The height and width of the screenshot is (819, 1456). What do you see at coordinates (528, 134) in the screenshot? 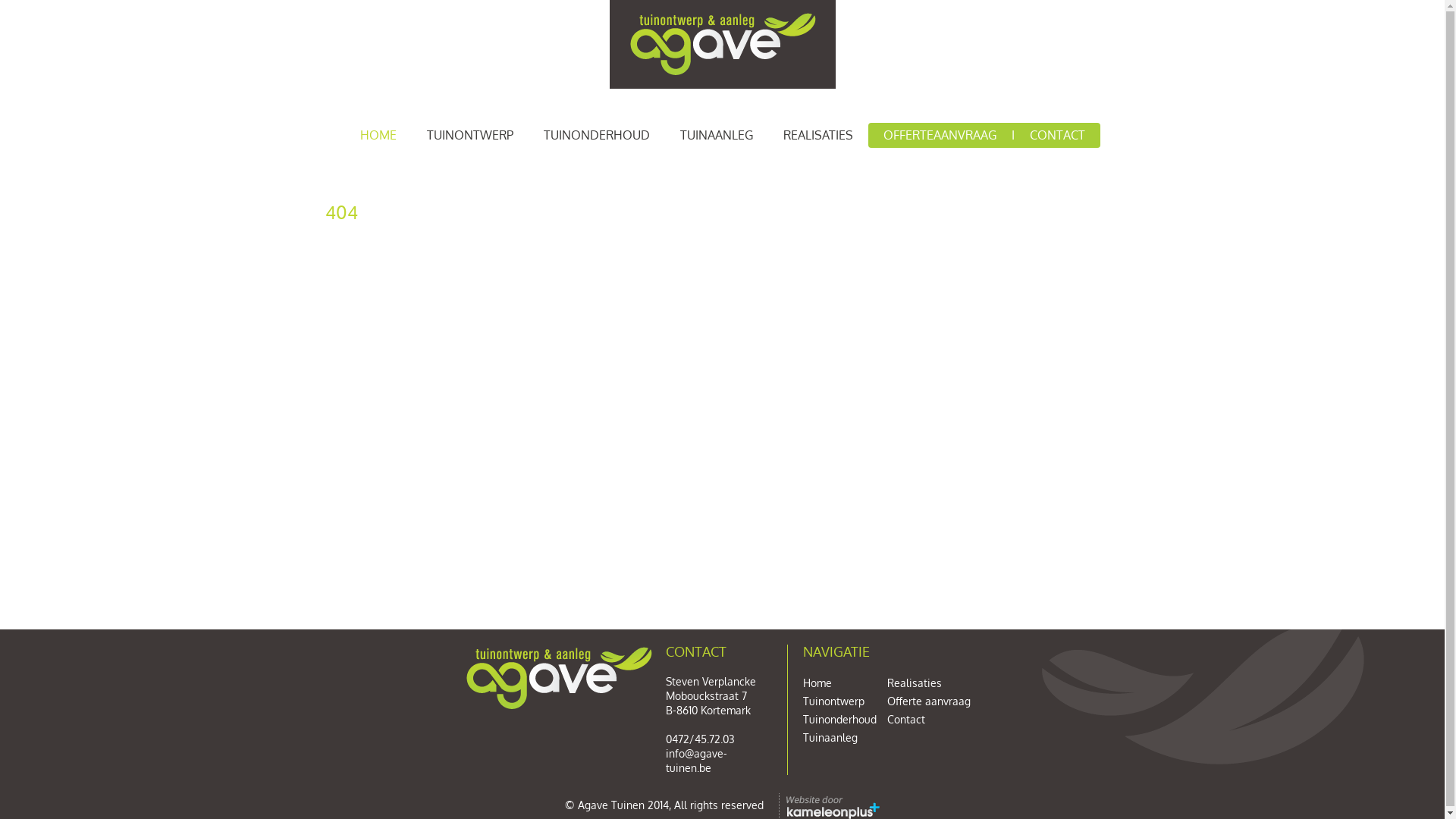
I see `'TUINONDERHOUD'` at bounding box center [528, 134].